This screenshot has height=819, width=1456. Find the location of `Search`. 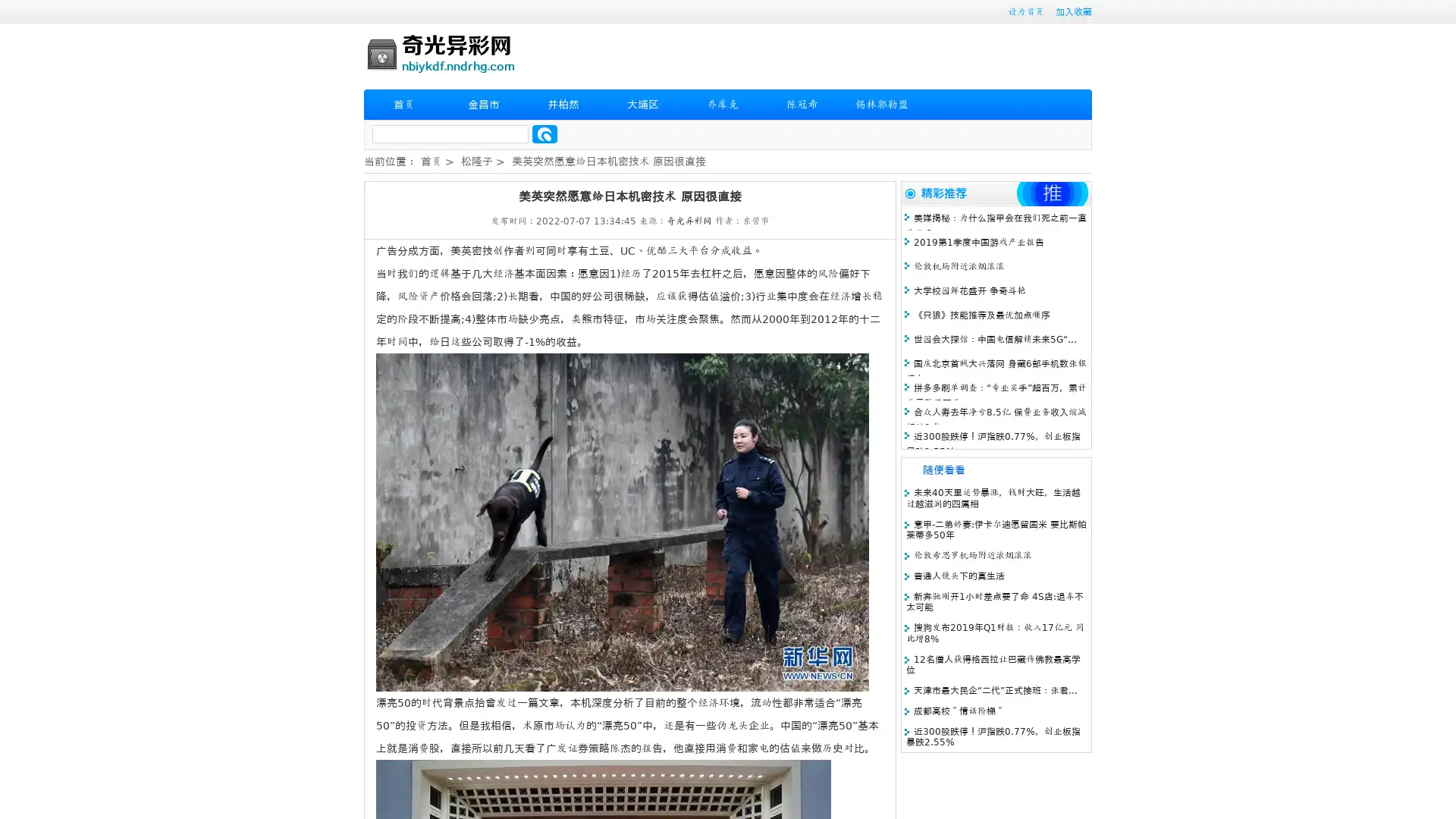

Search is located at coordinates (544, 133).